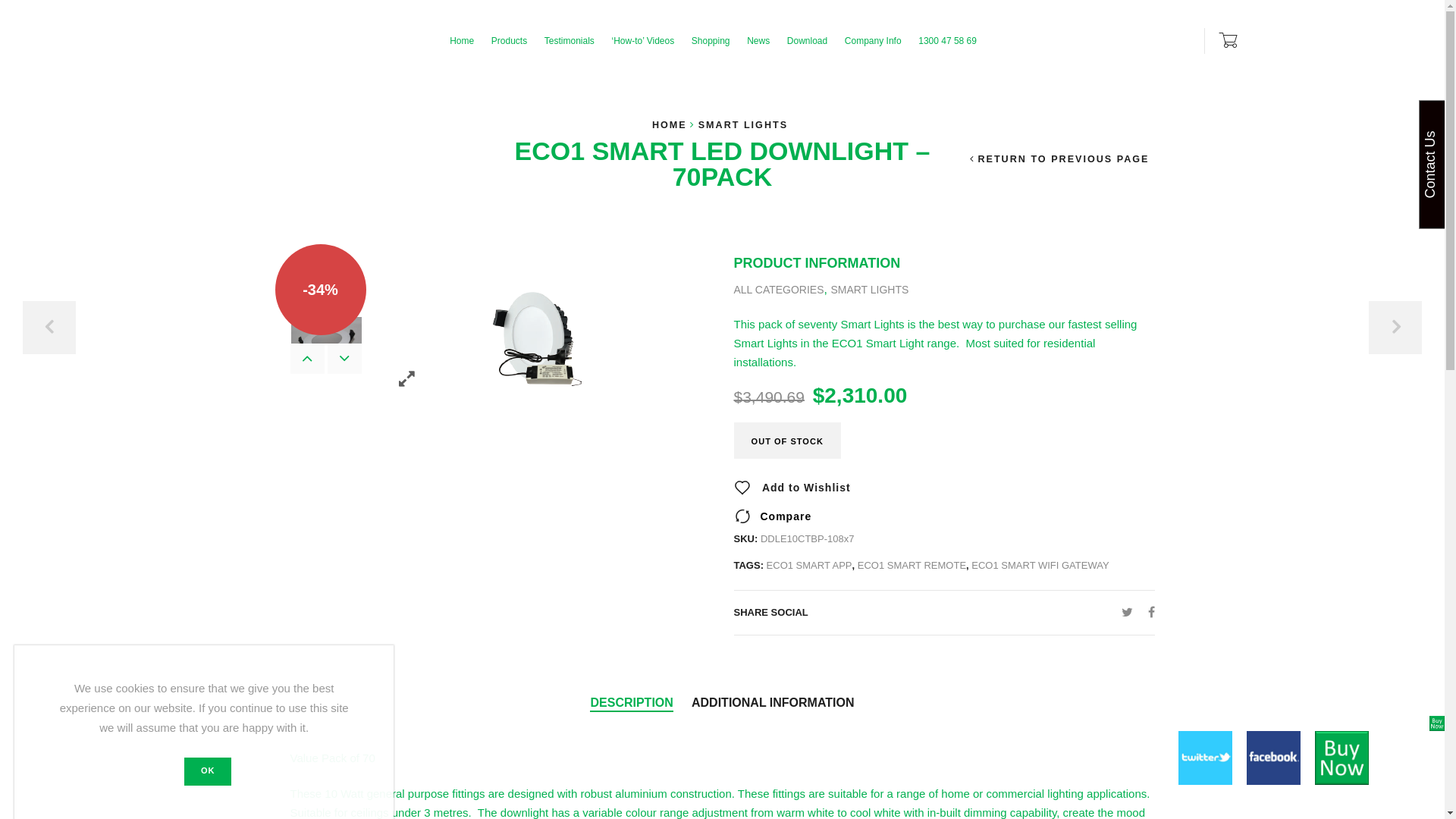  Describe the element at coordinates (49, 327) in the screenshot. I see `'PREVIOUS'` at that location.